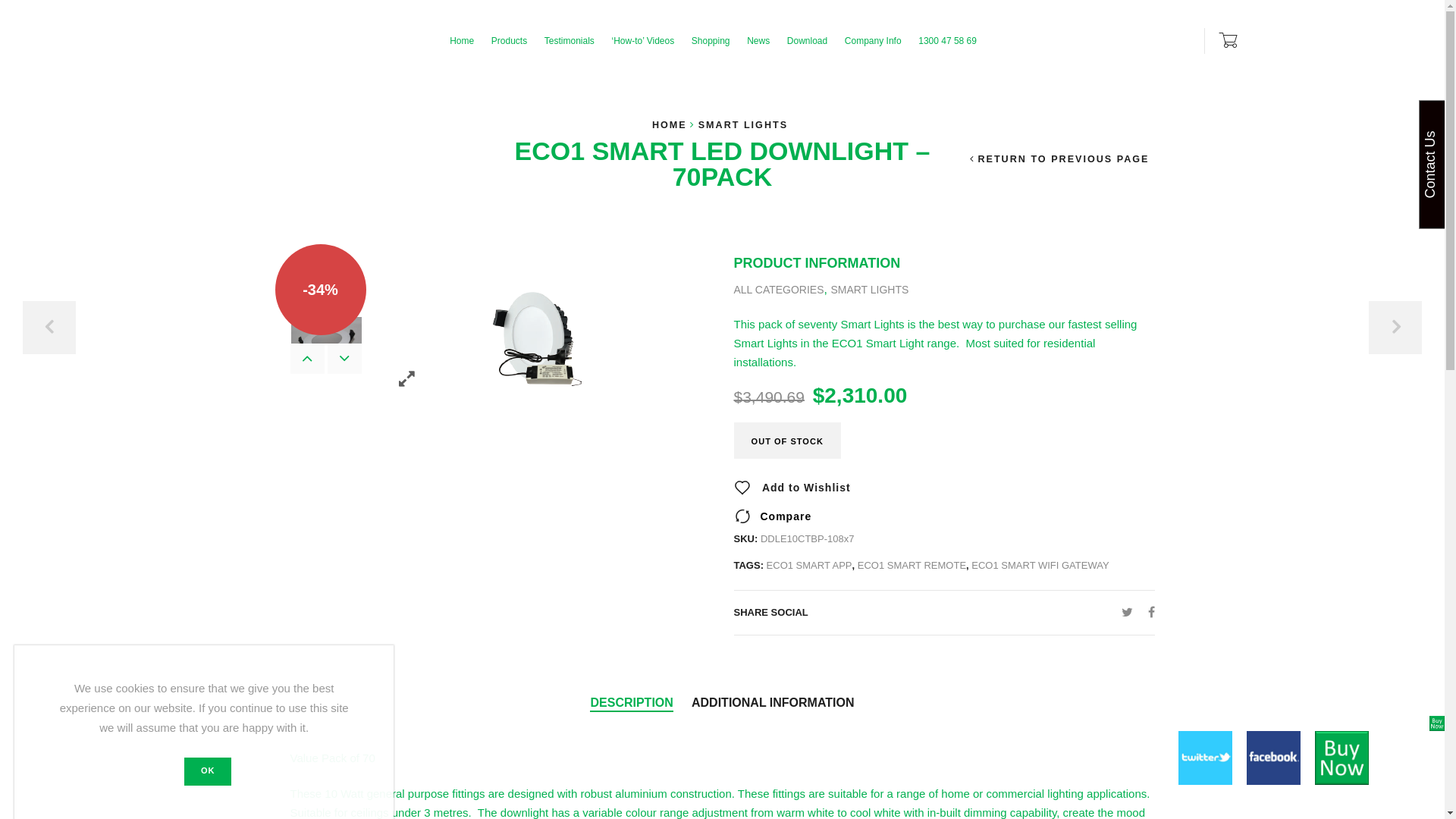  Describe the element at coordinates (49, 327) in the screenshot. I see `'PREVIOUS'` at that location.